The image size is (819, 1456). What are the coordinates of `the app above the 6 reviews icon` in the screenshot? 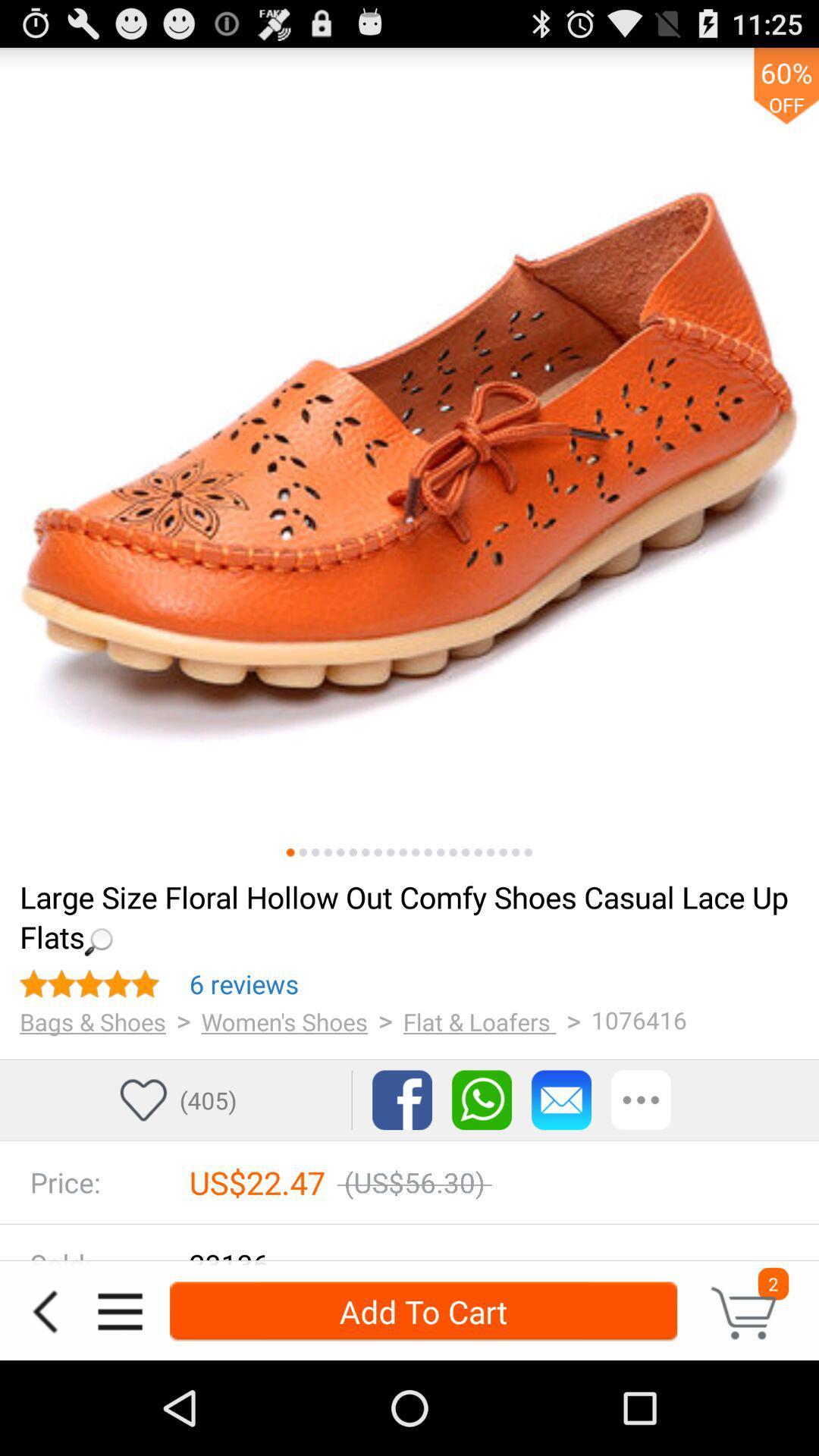 It's located at (407, 915).